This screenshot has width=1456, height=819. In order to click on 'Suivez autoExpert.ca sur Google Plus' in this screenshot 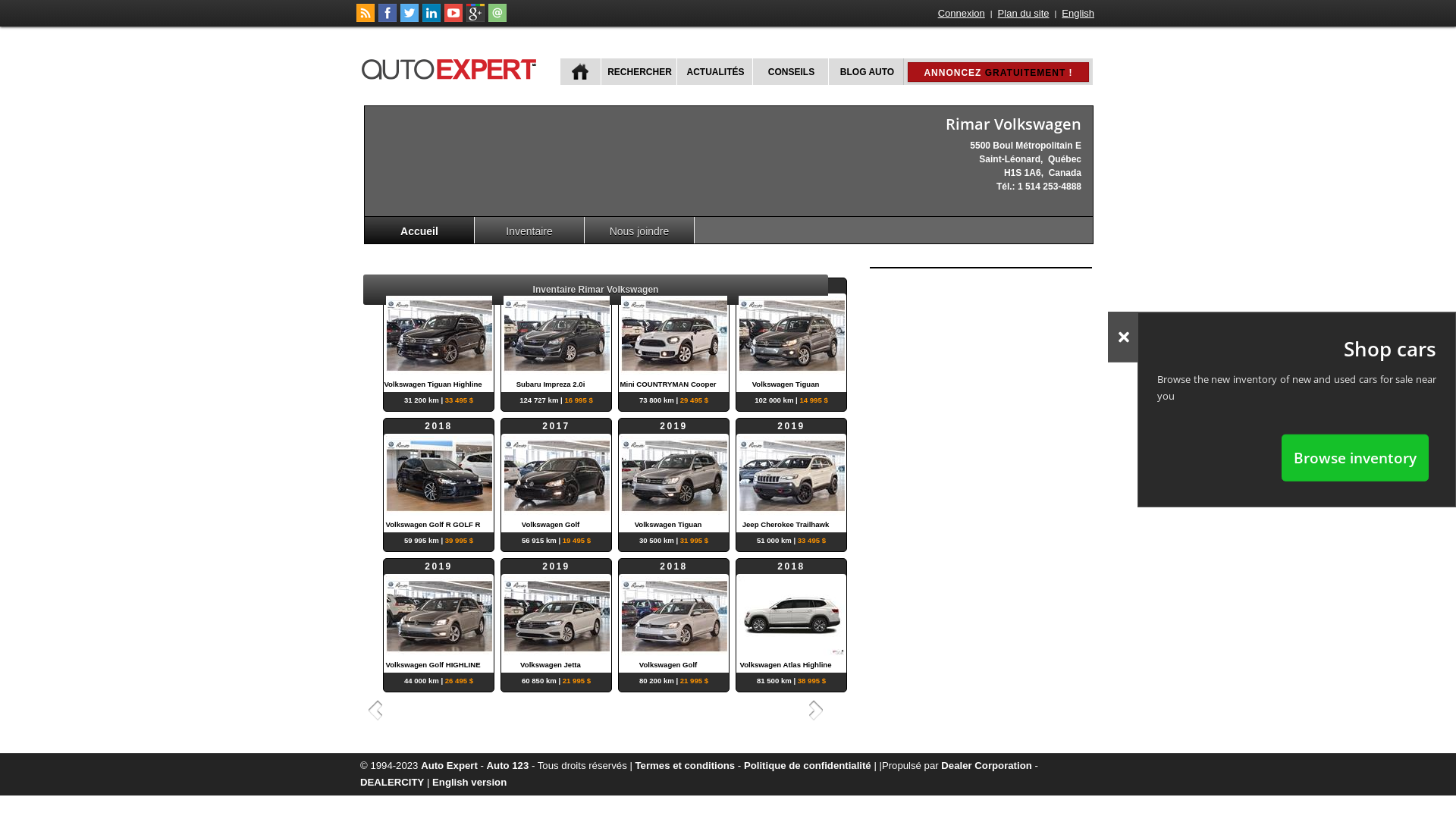, I will do `click(465, 18)`.